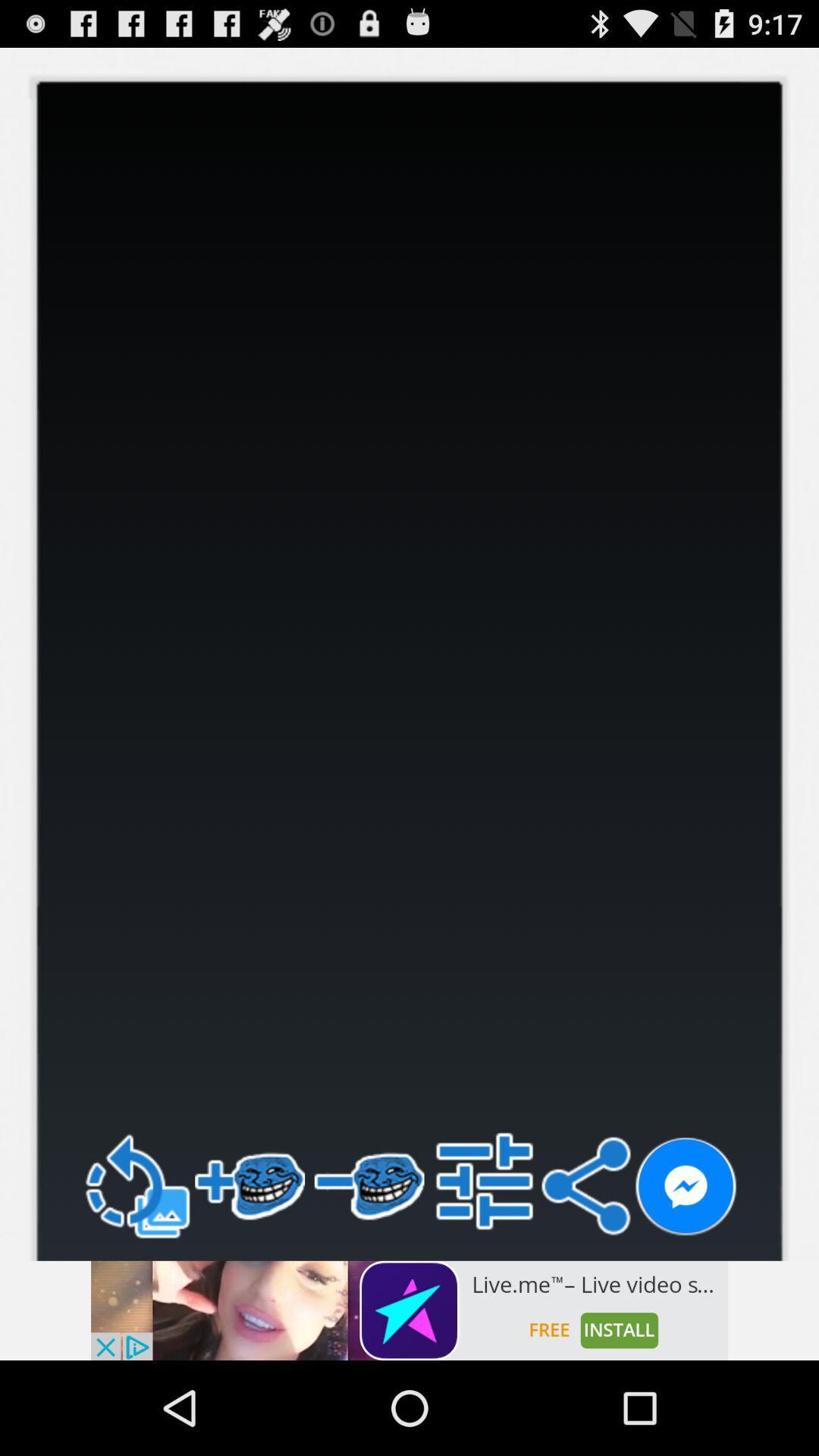 The width and height of the screenshot is (819, 1456). What do you see at coordinates (485, 1264) in the screenshot?
I see `the sliders icon` at bounding box center [485, 1264].